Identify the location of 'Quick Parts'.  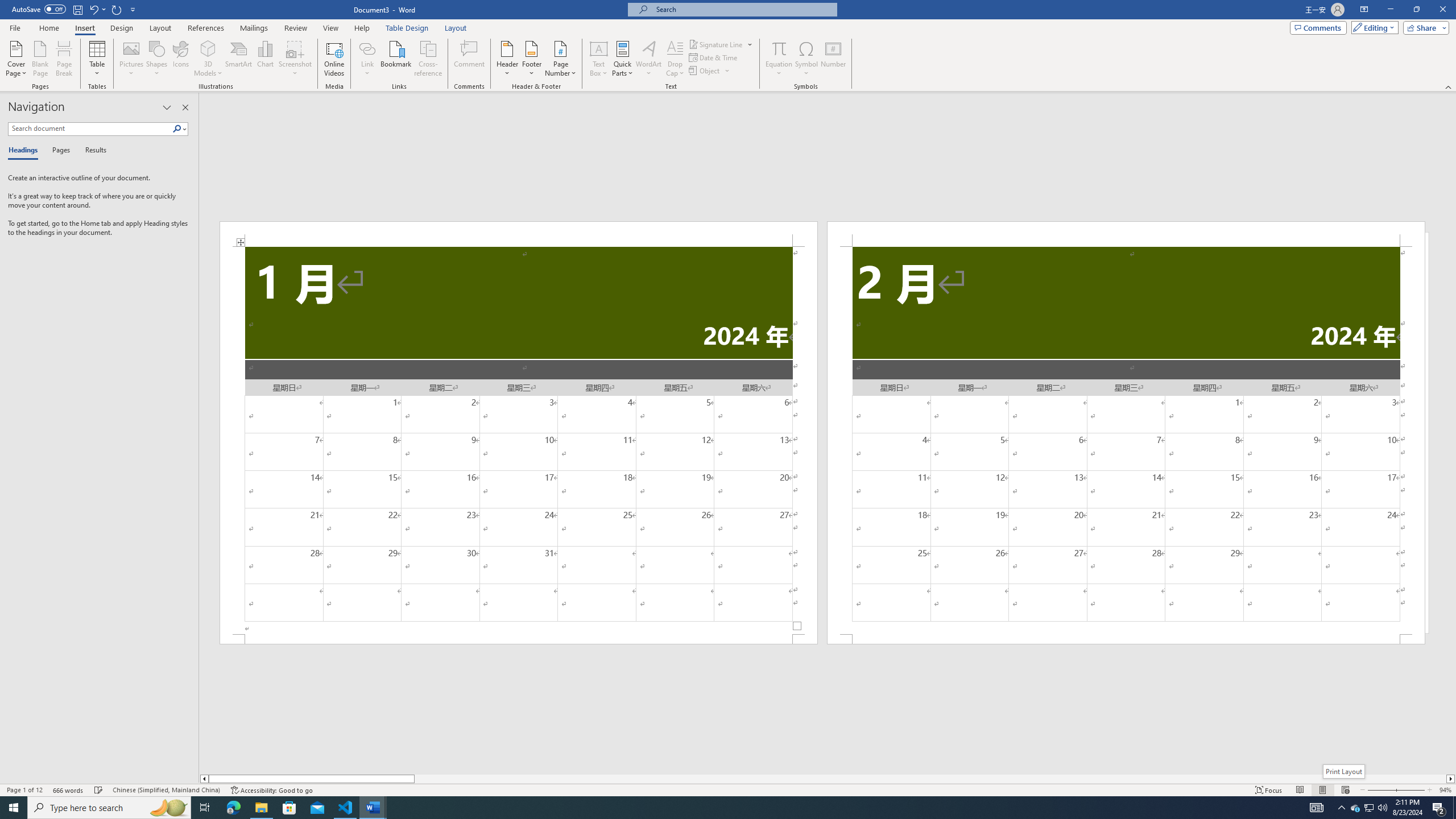
(622, 59).